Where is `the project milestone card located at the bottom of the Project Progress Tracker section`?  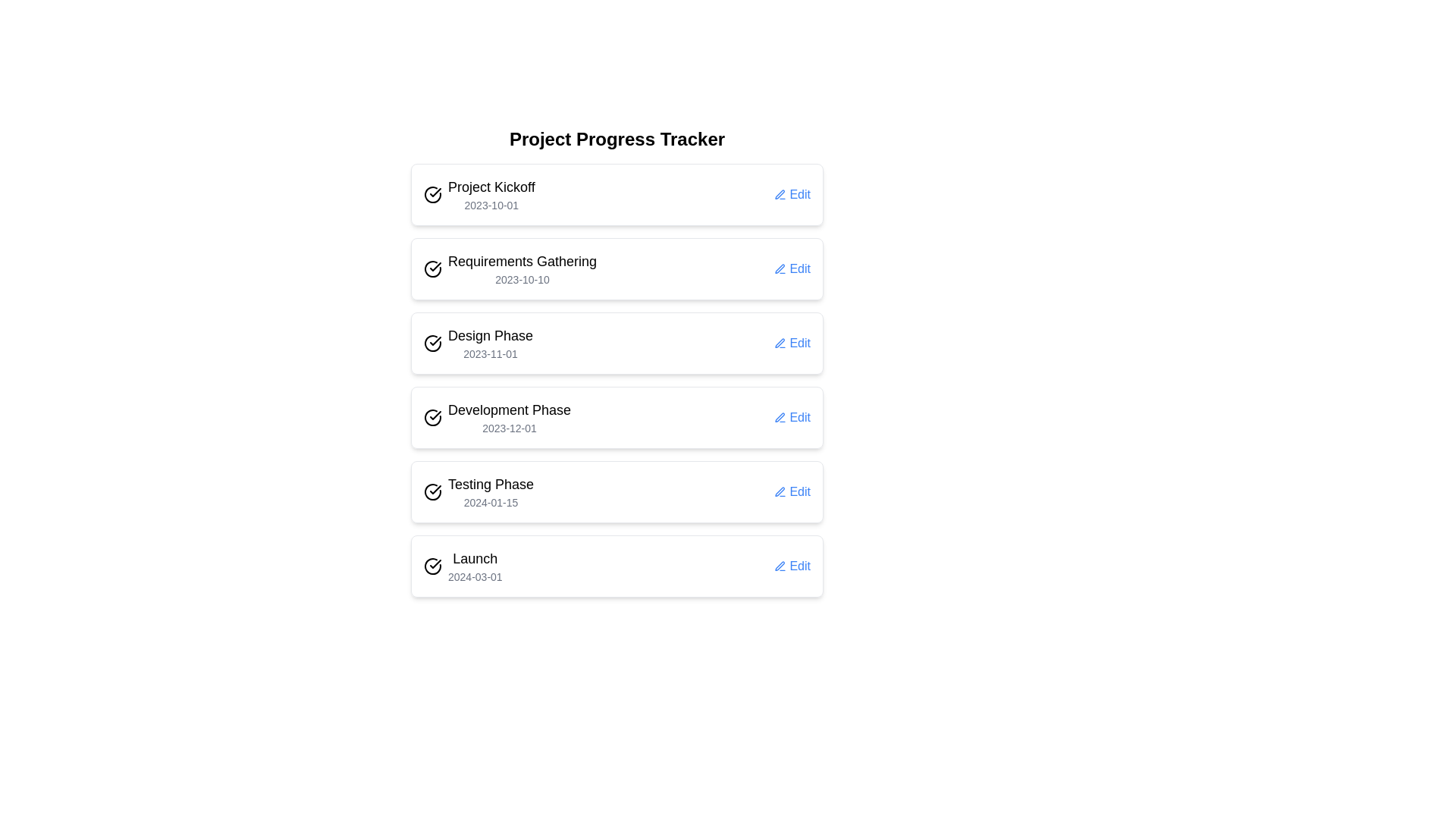
the project milestone card located at the bottom of the Project Progress Tracker section is located at coordinates (617, 566).